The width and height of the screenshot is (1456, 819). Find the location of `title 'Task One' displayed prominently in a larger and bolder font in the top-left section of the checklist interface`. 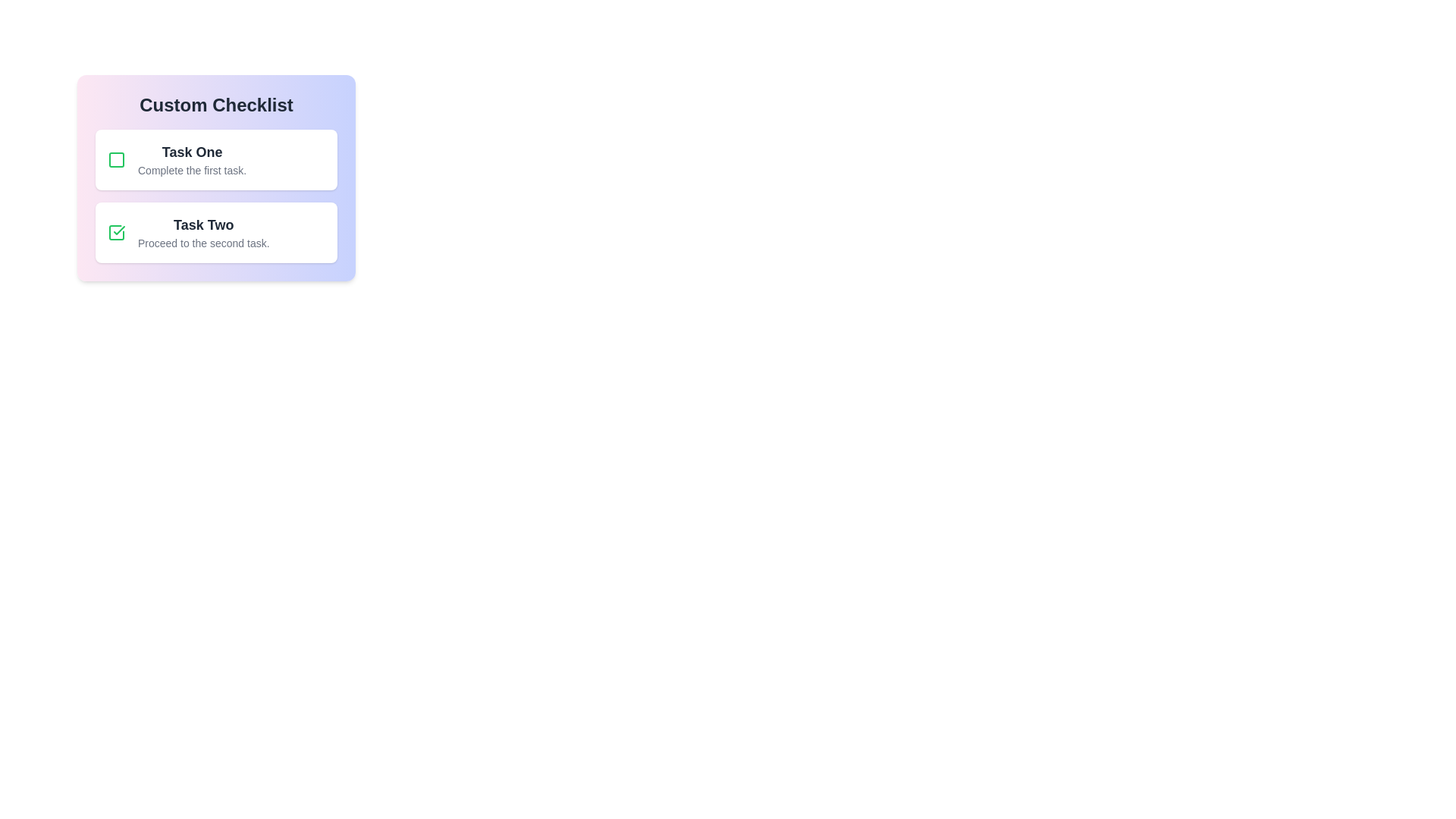

title 'Task One' displayed prominently in a larger and bolder font in the top-left section of the checklist interface is located at coordinates (191, 152).